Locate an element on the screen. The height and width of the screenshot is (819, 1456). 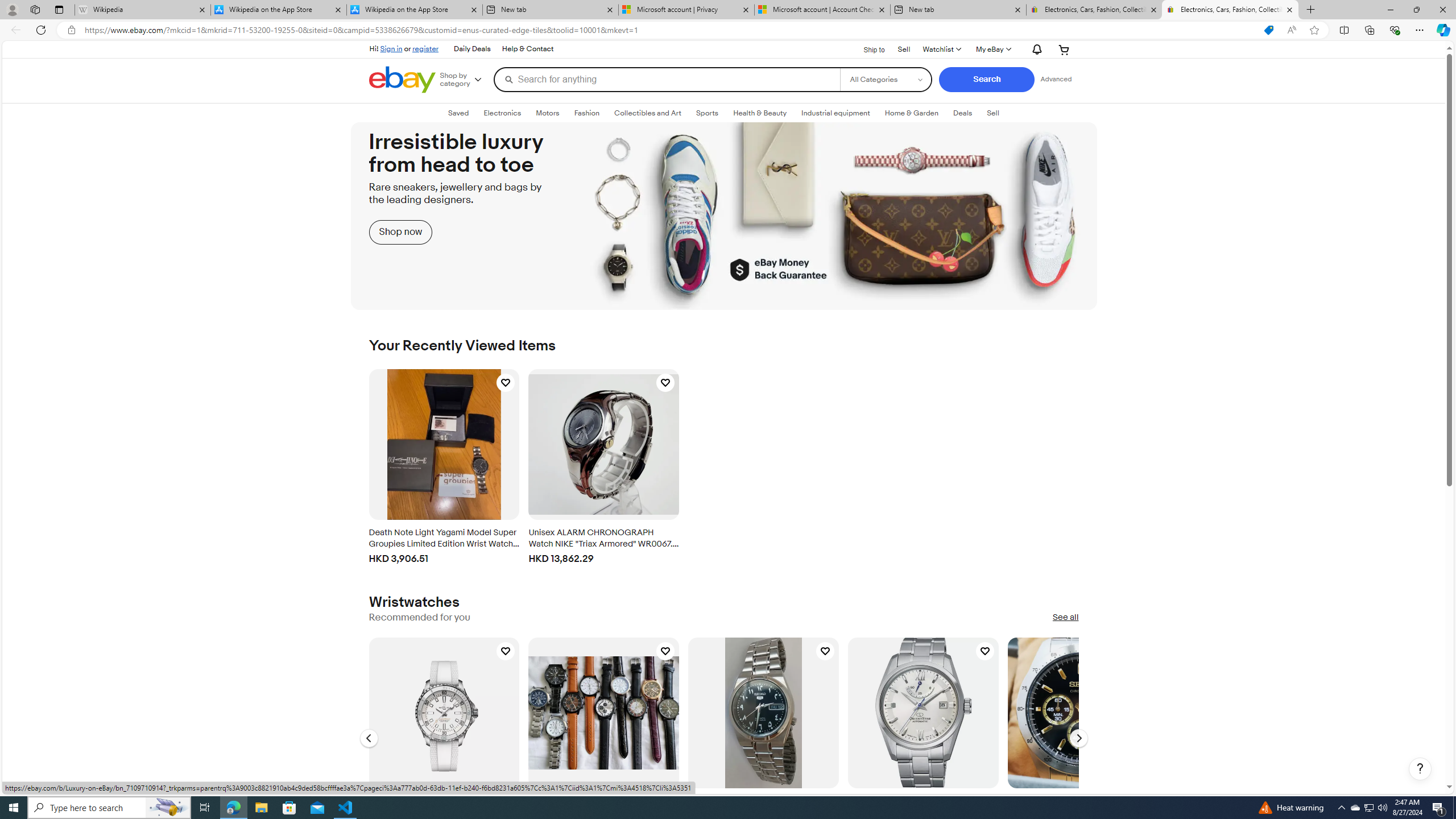
'Deals' is located at coordinates (962, 113).